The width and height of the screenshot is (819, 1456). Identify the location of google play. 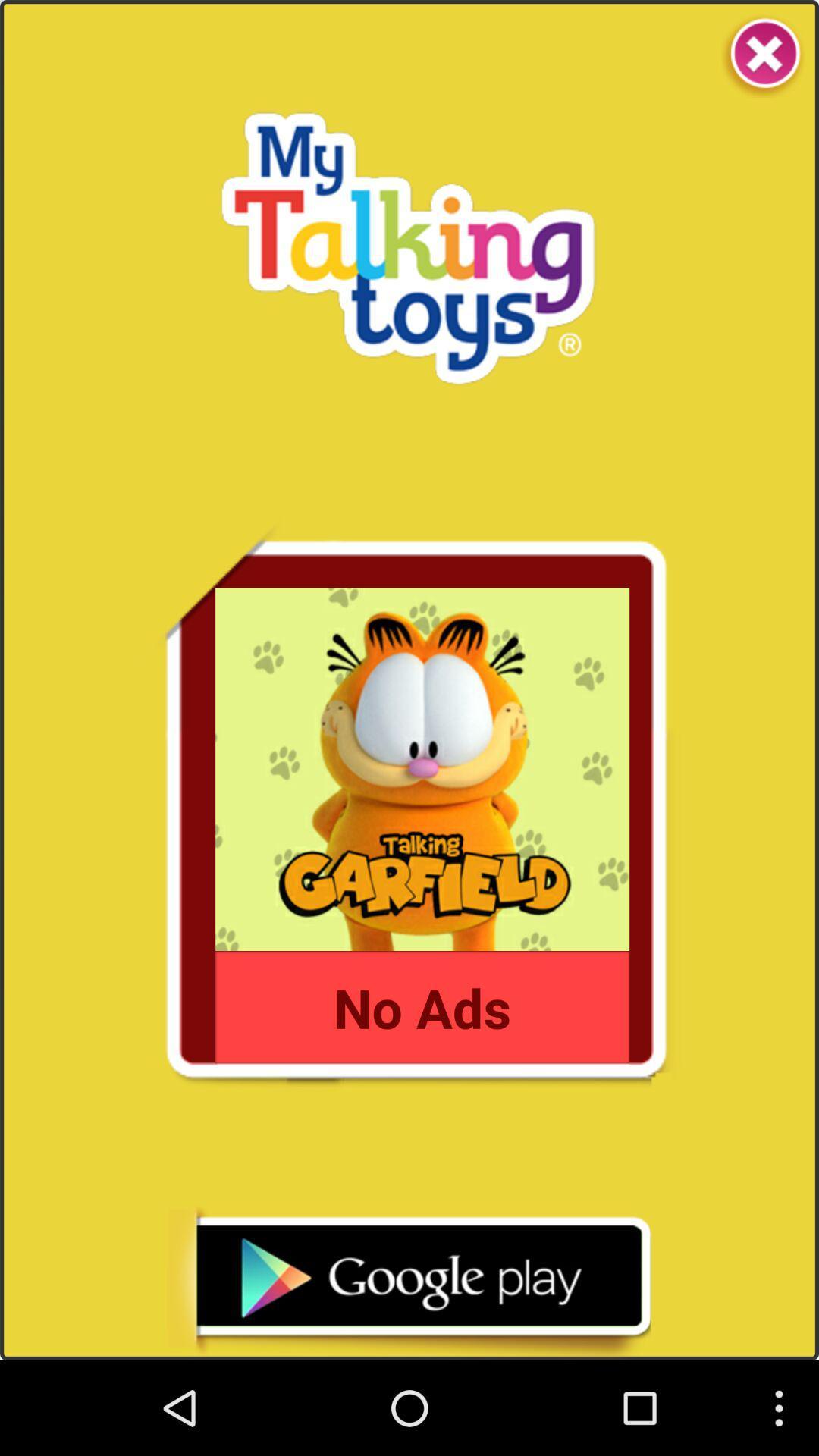
(408, 1282).